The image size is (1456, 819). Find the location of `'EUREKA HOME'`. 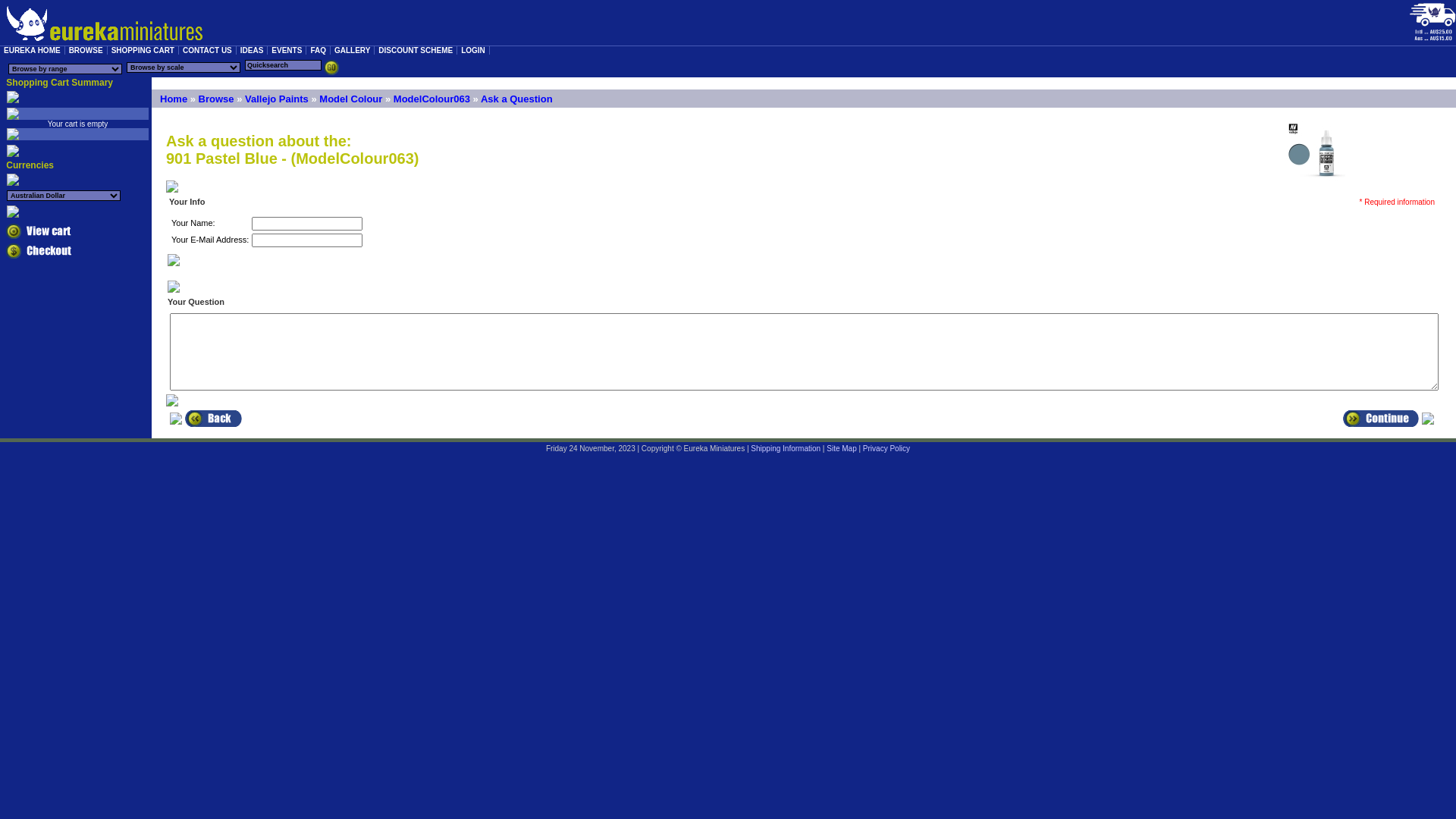

'EUREKA HOME' is located at coordinates (33, 49).